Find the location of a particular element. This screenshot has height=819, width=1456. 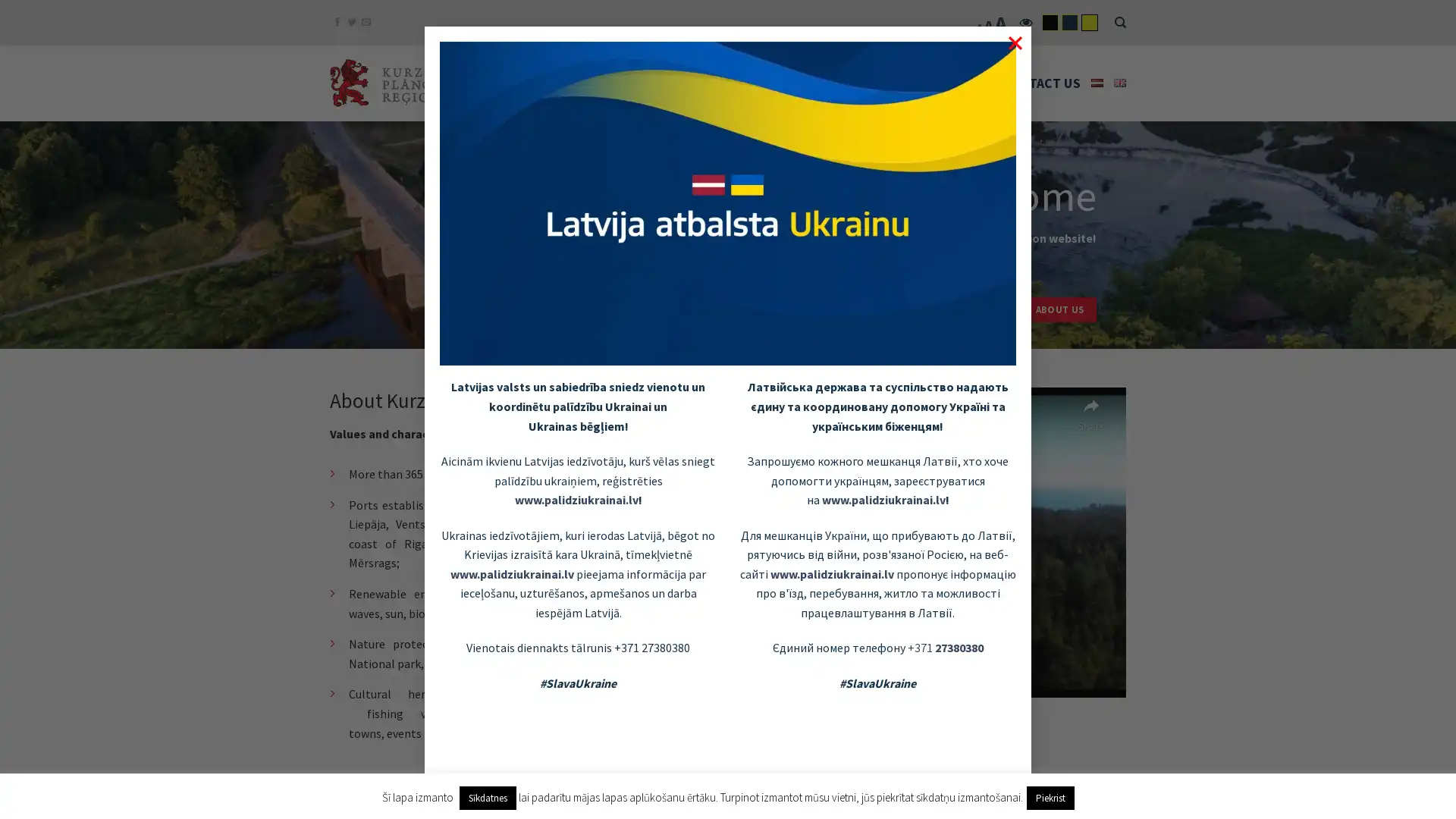

flatsome-child is located at coordinates (1069, 22).